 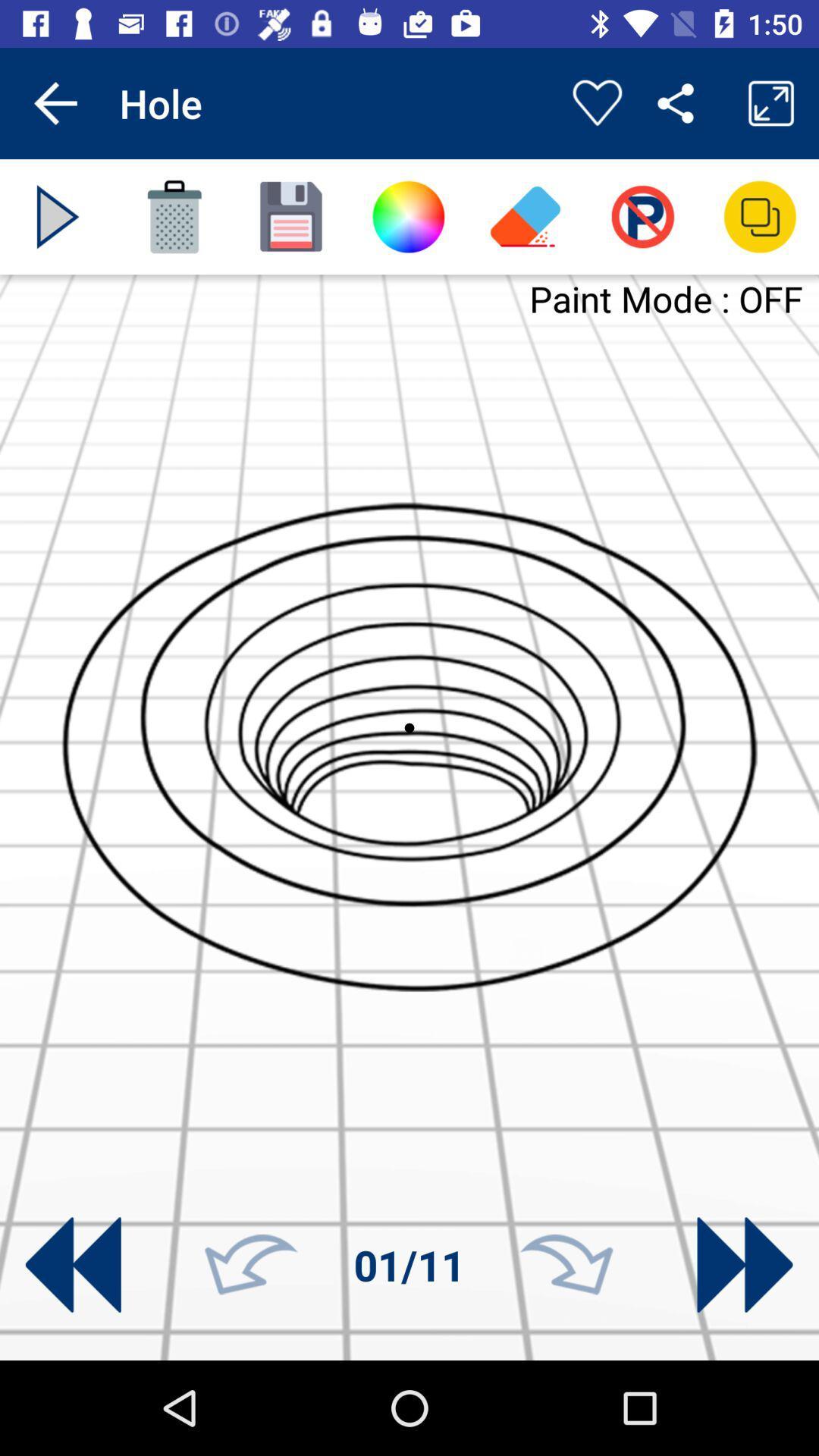 What do you see at coordinates (566, 1265) in the screenshot?
I see `rotate right` at bounding box center [566, 1265].